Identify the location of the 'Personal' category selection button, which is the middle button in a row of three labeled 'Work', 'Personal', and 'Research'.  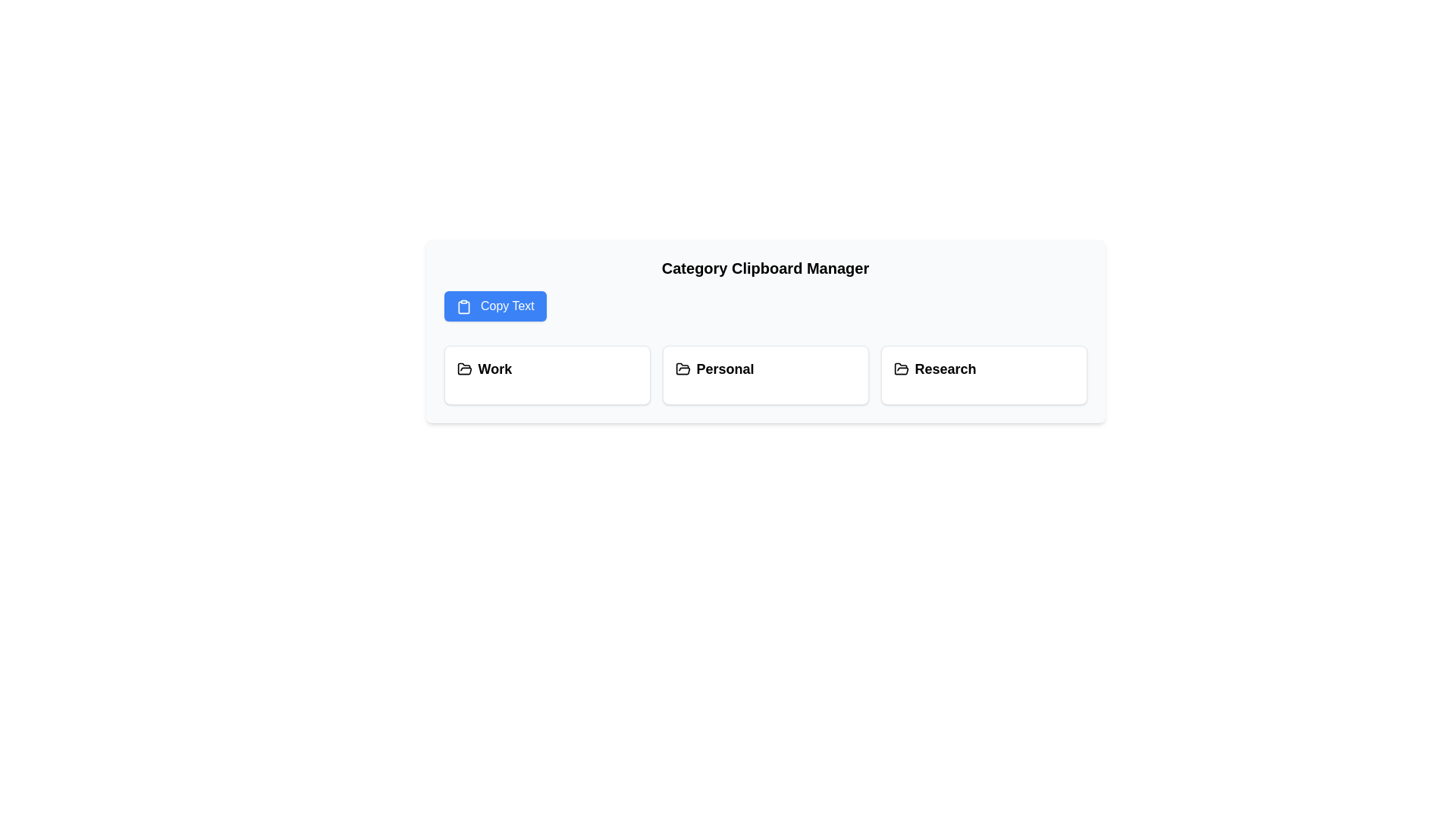
(765, 375).